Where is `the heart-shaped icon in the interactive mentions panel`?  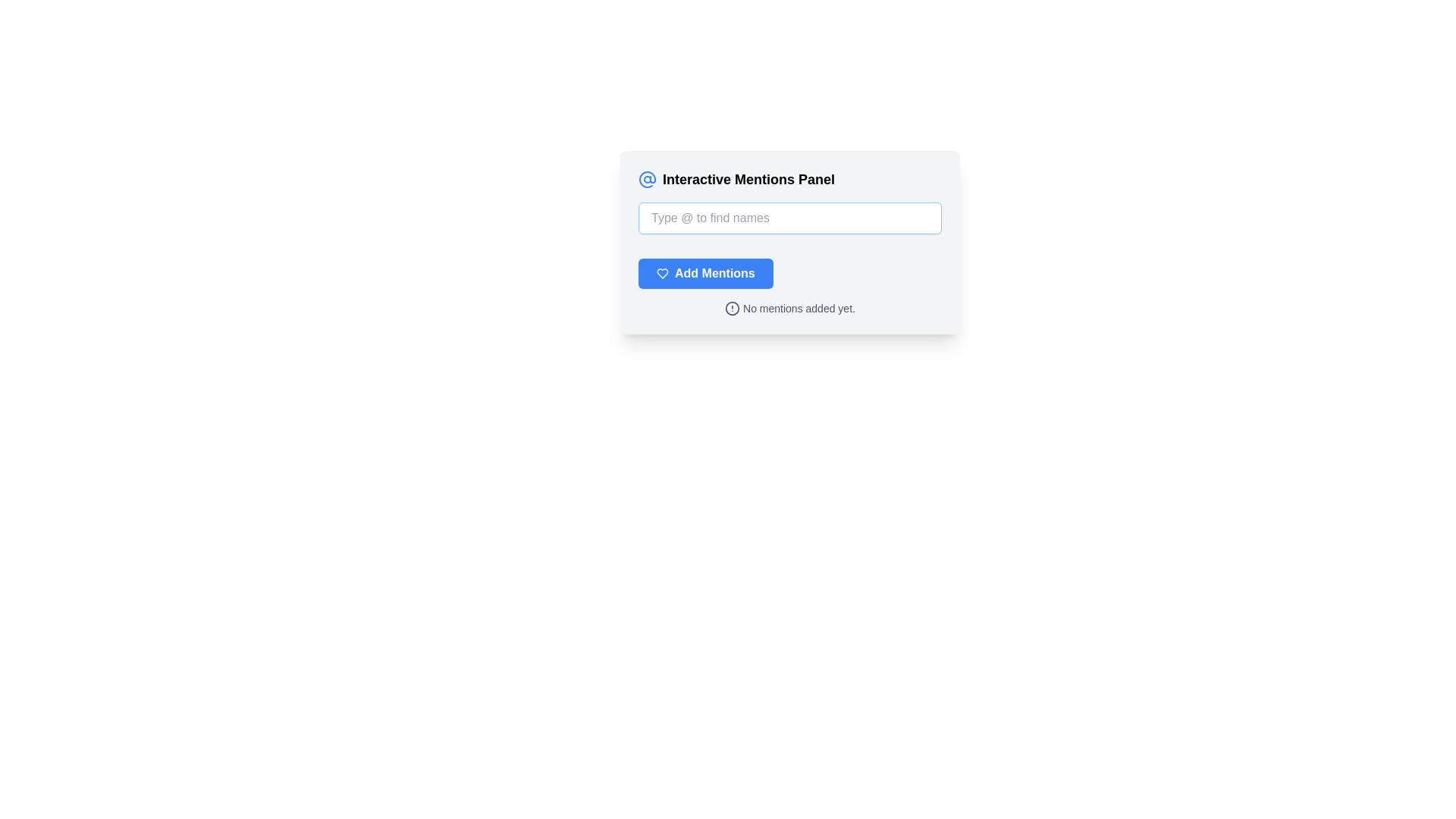 the heart-shaped icon in the interactive mentions panel is located at coordinates (662, 274).